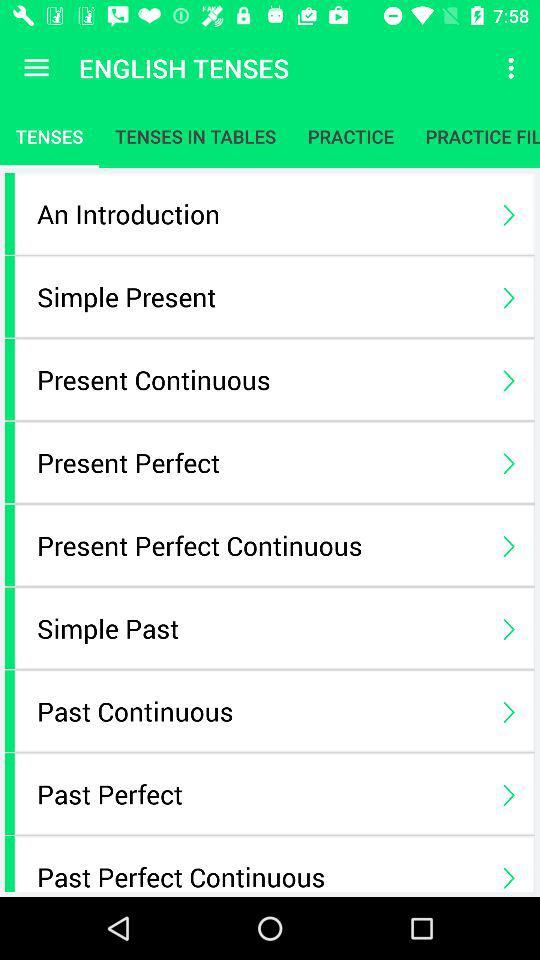  What do you see at coordinates (259, 295) in the screenshot?
I see `the item below an introduction icon` at bounding box center [259, 295].